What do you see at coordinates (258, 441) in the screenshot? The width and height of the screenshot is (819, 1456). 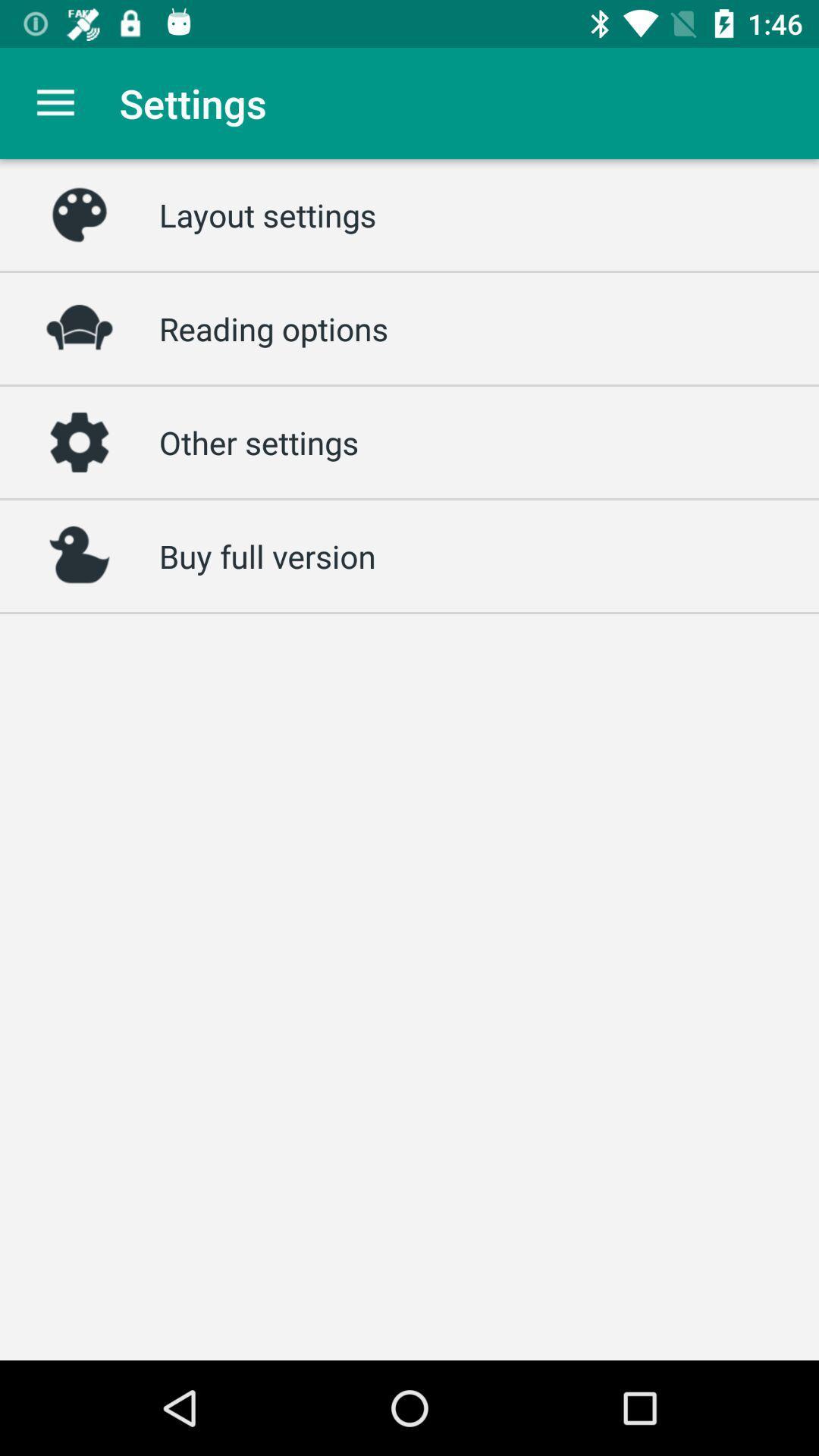 I see `the icon below the reading options` at bounding box center [258, 441].